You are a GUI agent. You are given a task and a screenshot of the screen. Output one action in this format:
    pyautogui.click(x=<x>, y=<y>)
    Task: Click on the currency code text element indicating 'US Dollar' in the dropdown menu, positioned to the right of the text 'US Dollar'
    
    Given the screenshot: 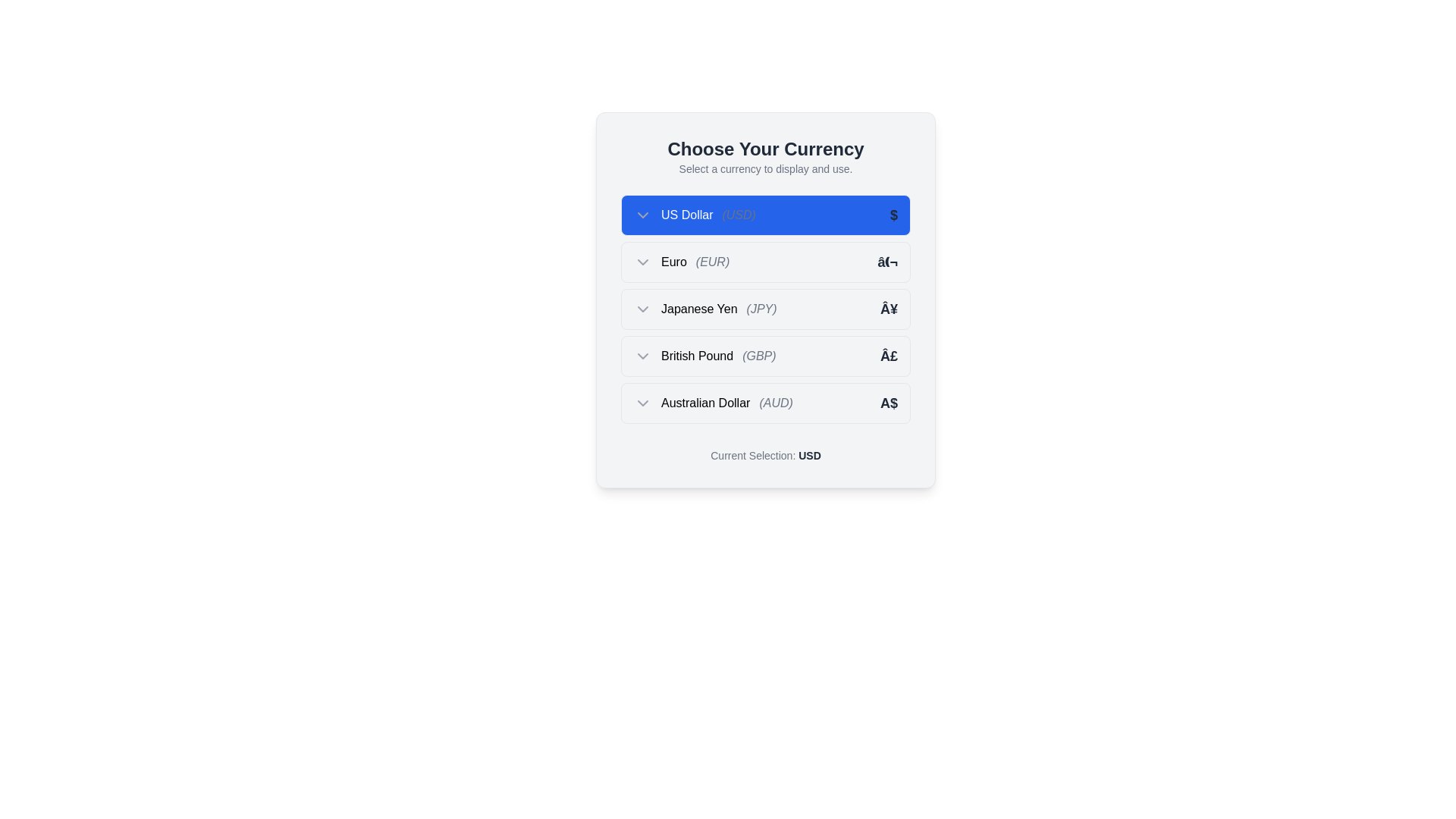 What is the action you would take?
    pyautogui.click(x=739, y=215)
    